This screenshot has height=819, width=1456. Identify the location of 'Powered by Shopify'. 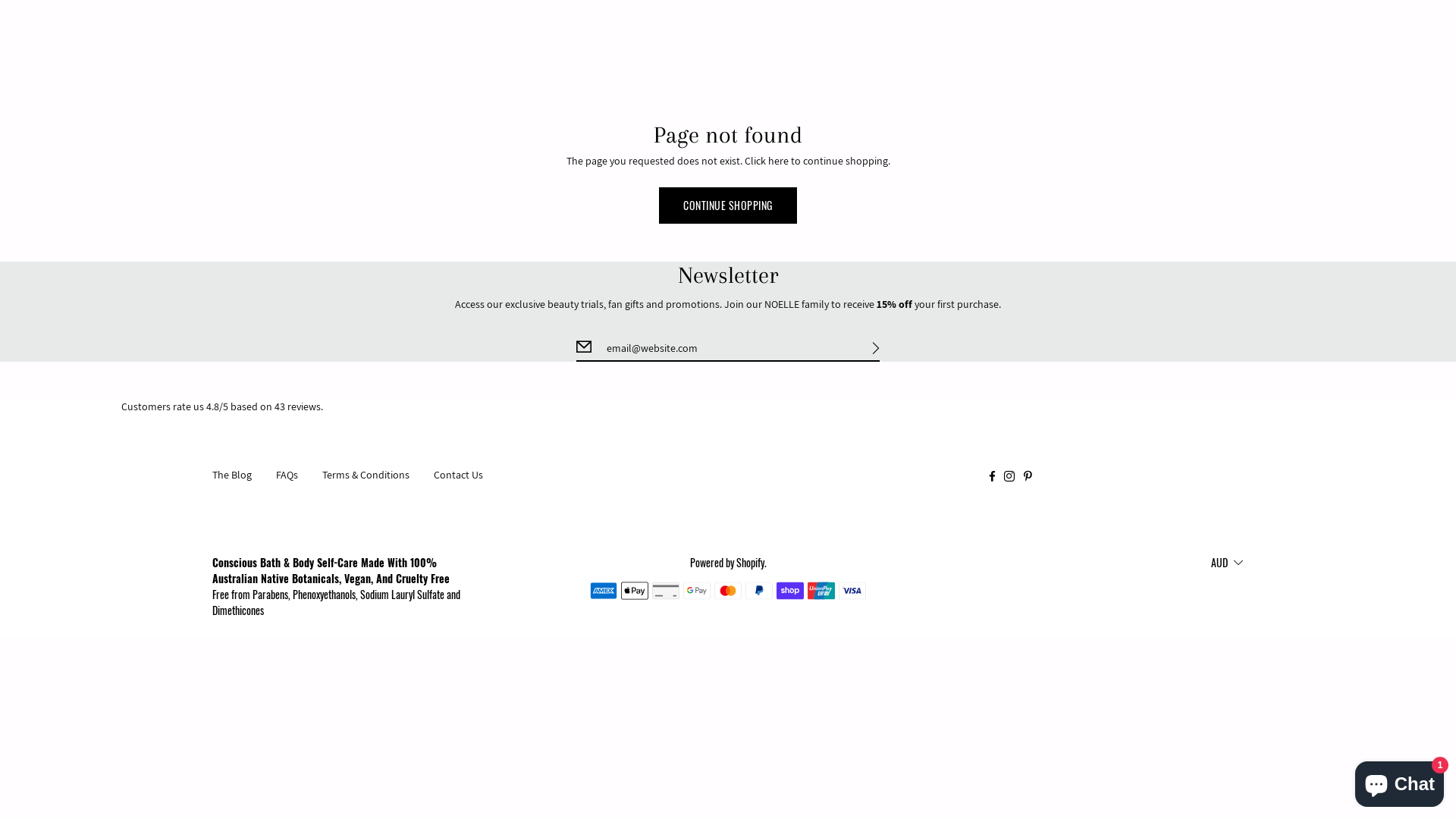
(726, 562).